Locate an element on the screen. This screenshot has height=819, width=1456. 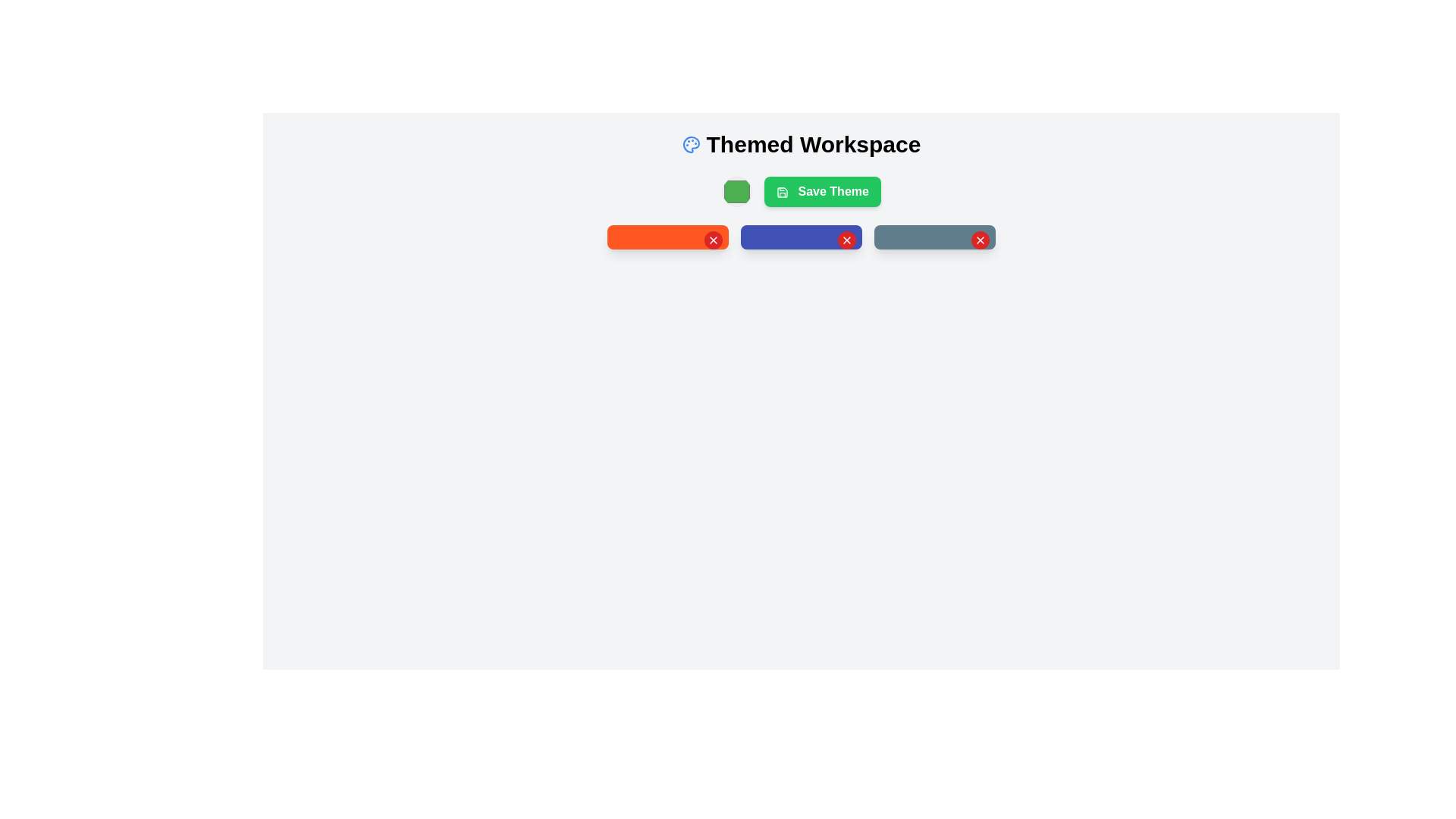
the main body of the save icon located within the 'Save Theme' button, positioned towards the left side of the text label is located at coordinates (783, 191).